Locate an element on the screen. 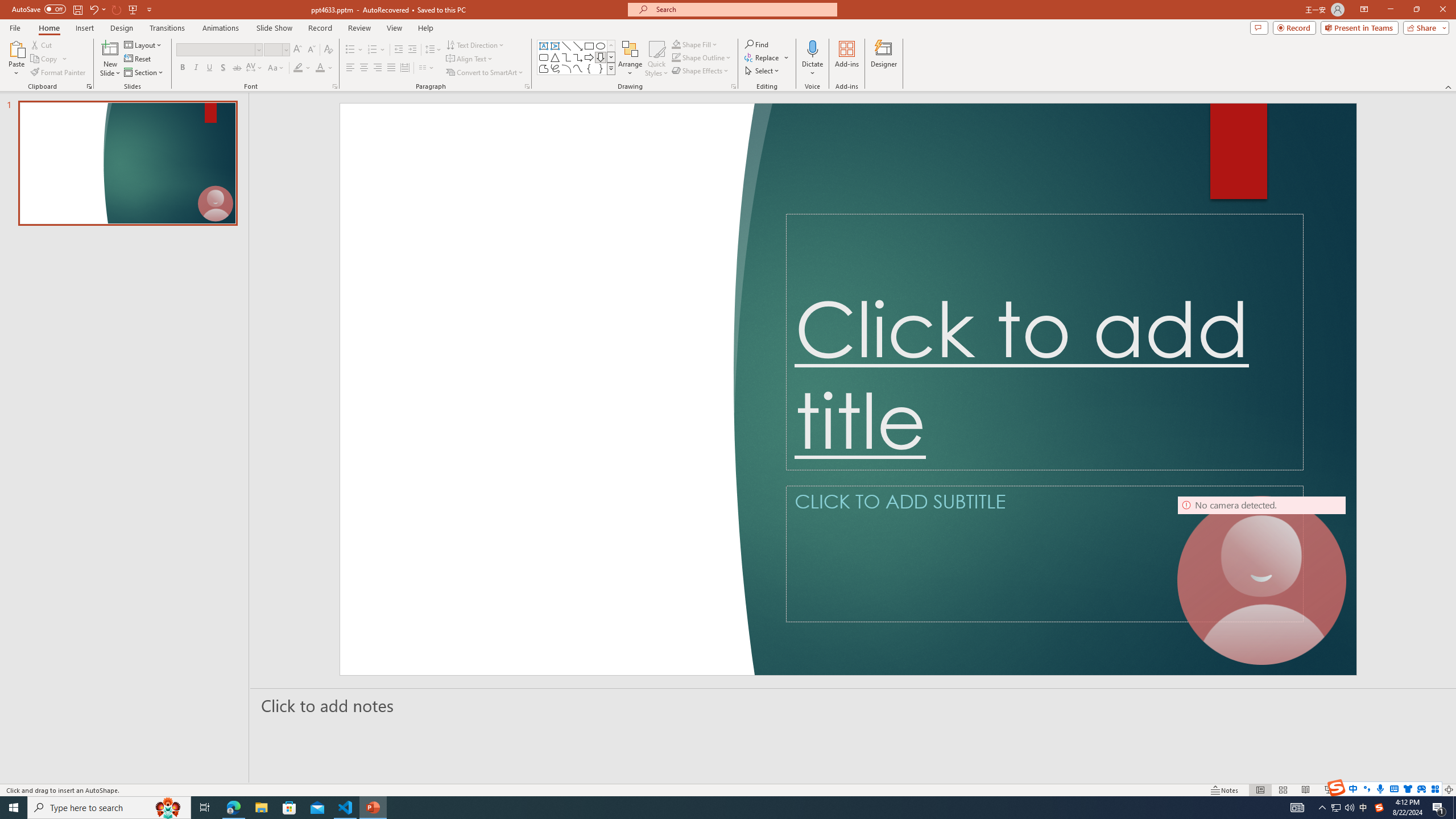 The image size is (1456, 819). 'Shape Effects' is located at coordinates (700, 69).